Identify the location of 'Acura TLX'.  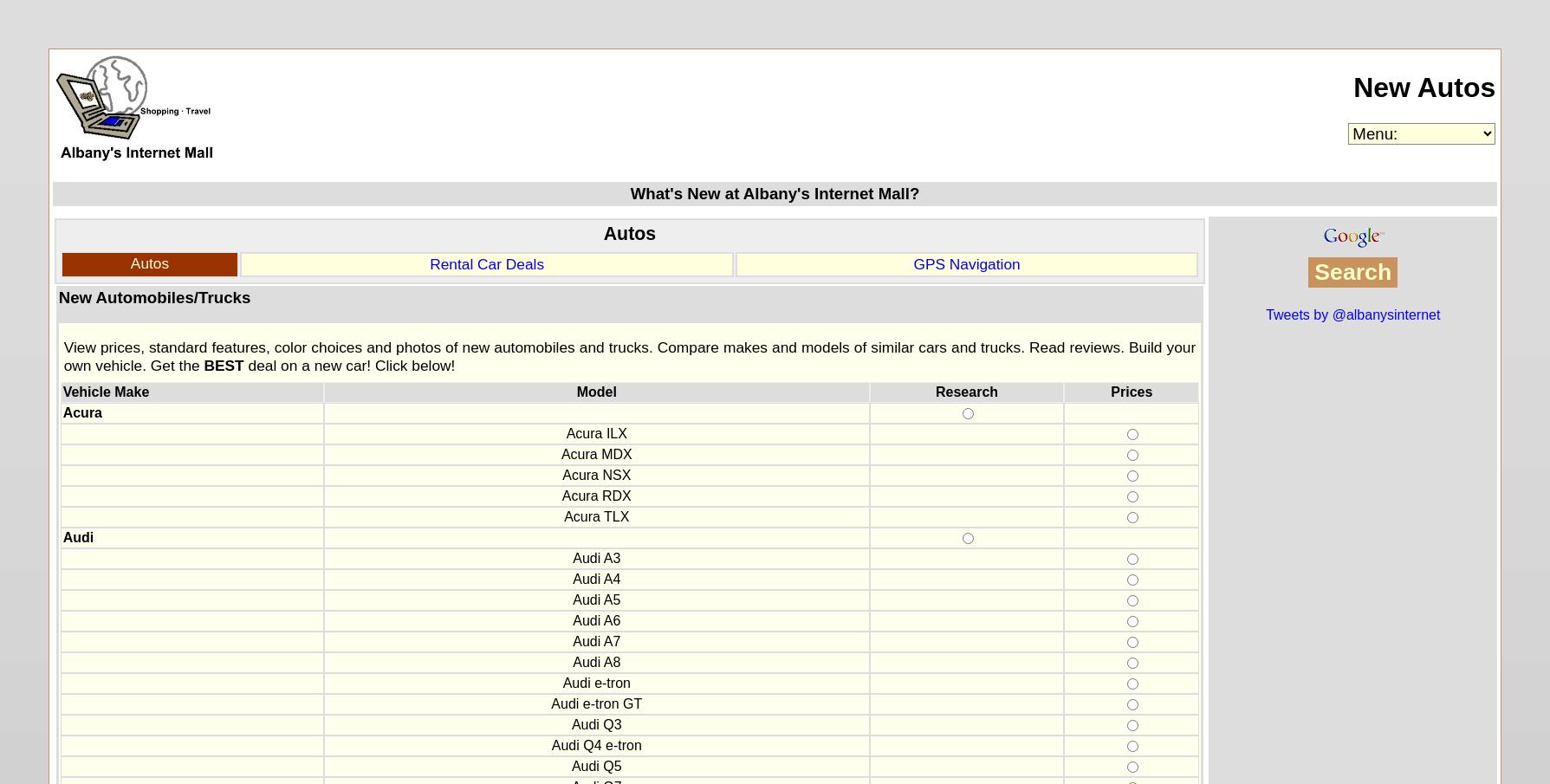
(564, 516).